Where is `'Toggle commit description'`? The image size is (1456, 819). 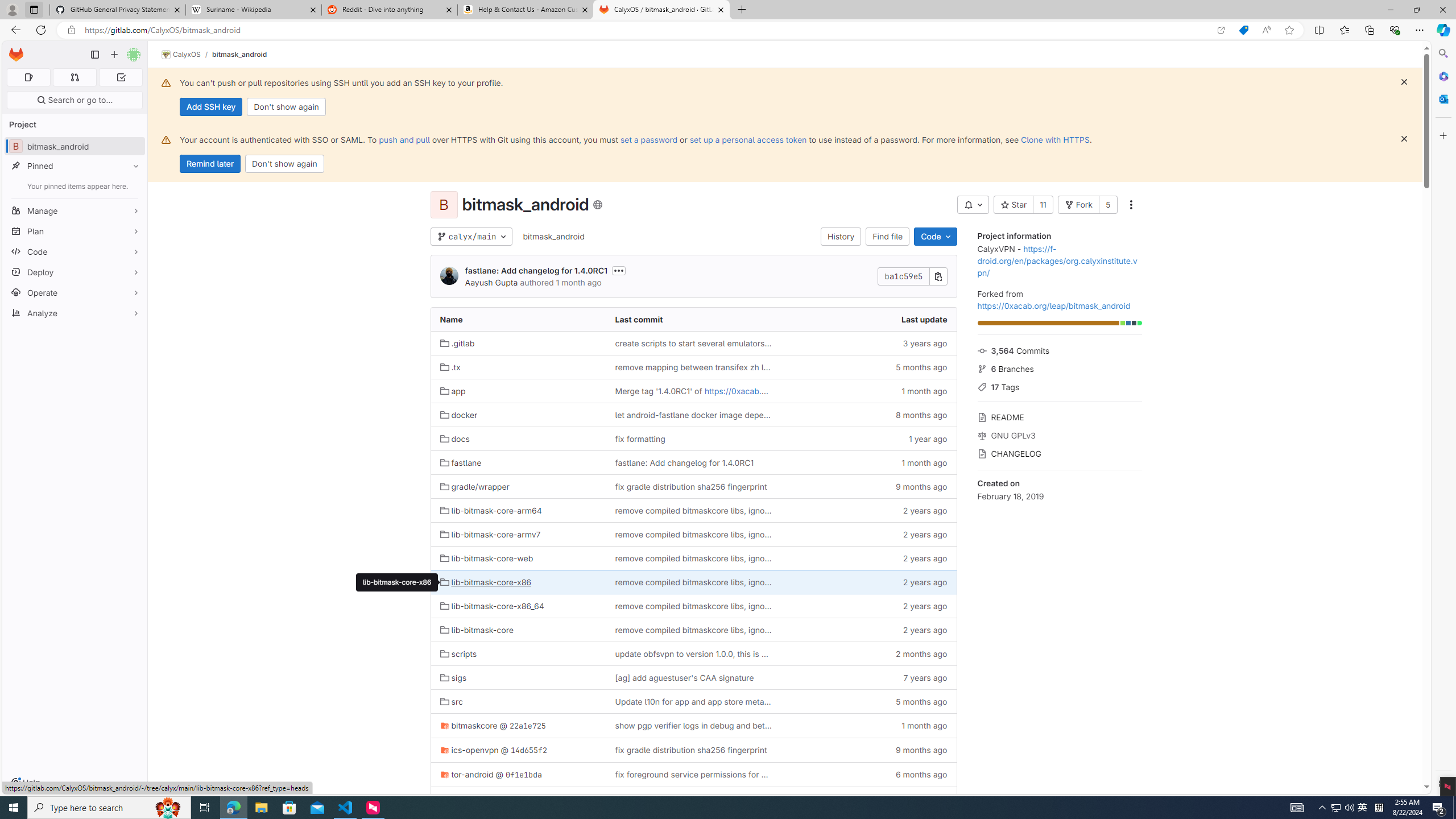
'Toggle commit description' is located at coordinates (619, 270).